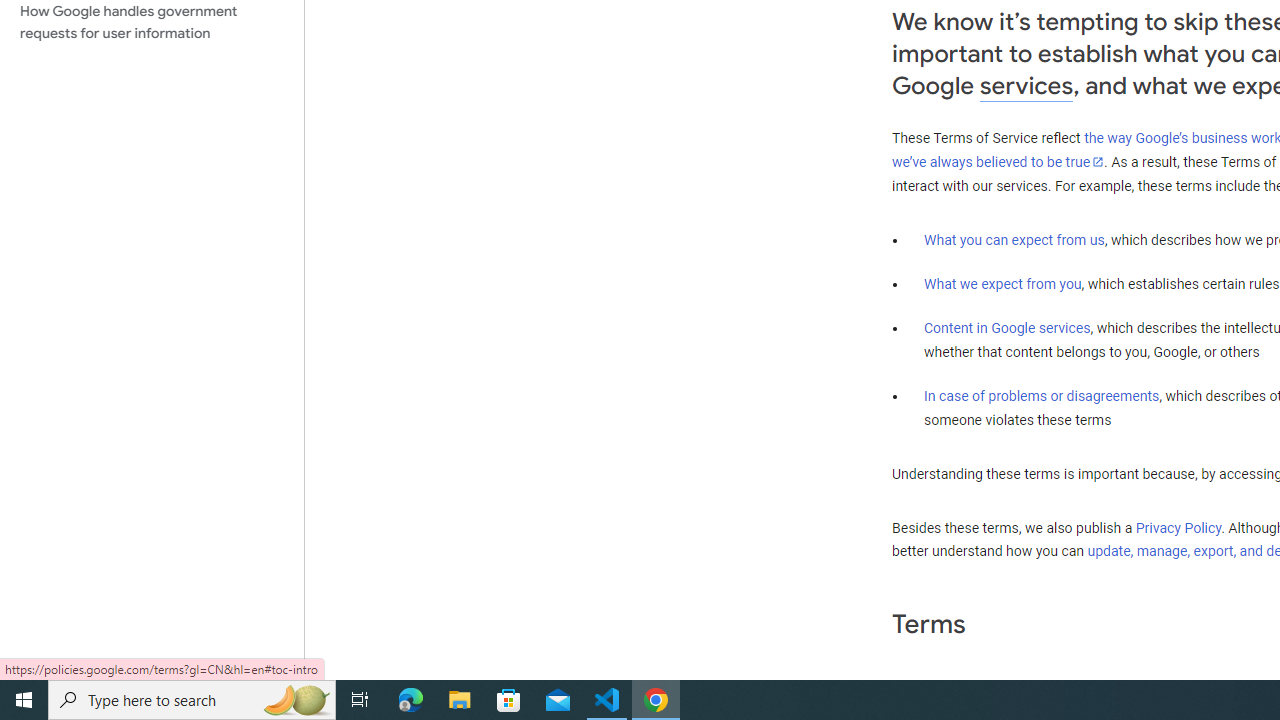  What do you see at coordinates (1007, 326) in the screenshot?
I see `'Content in Google services'` at bounding box center [1007, 326].